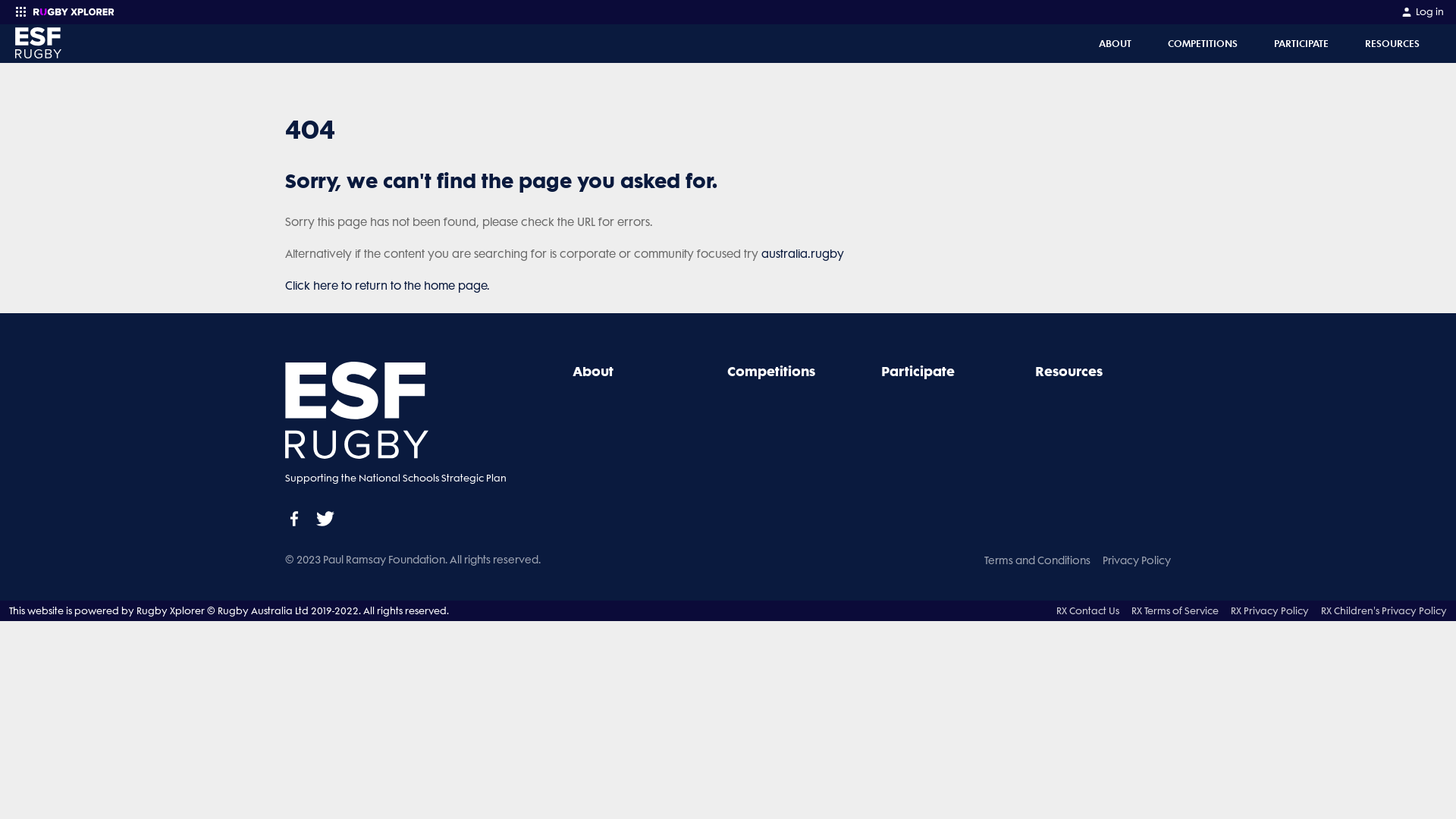  What do you see at coordinates (1320, 610) in the screenshot?
I see `'RX Children's Privacy Policy'` at bounding box center [1320, 610].